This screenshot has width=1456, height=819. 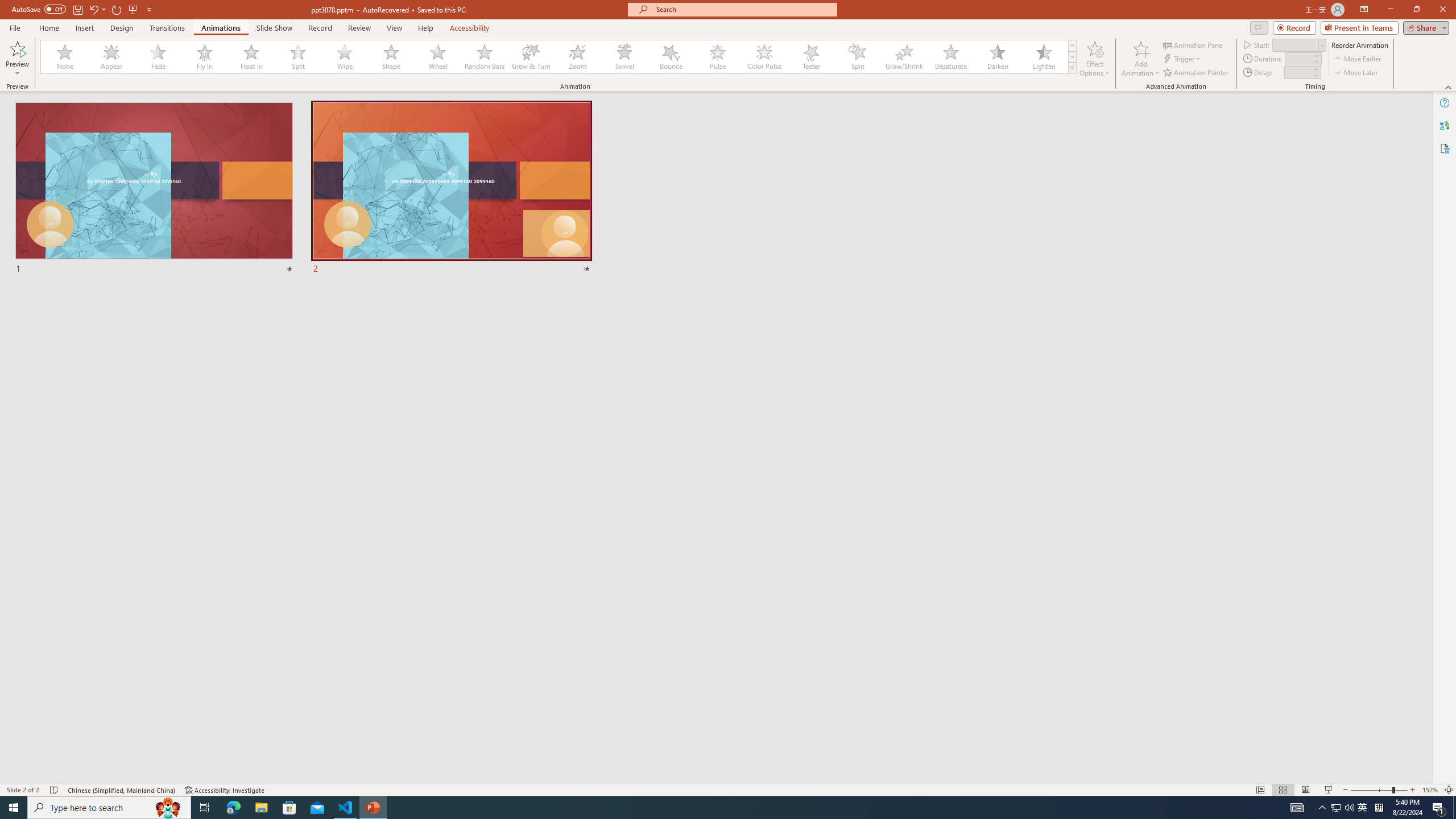 I want to click on 'Swivel', so click(x=624, y=56).